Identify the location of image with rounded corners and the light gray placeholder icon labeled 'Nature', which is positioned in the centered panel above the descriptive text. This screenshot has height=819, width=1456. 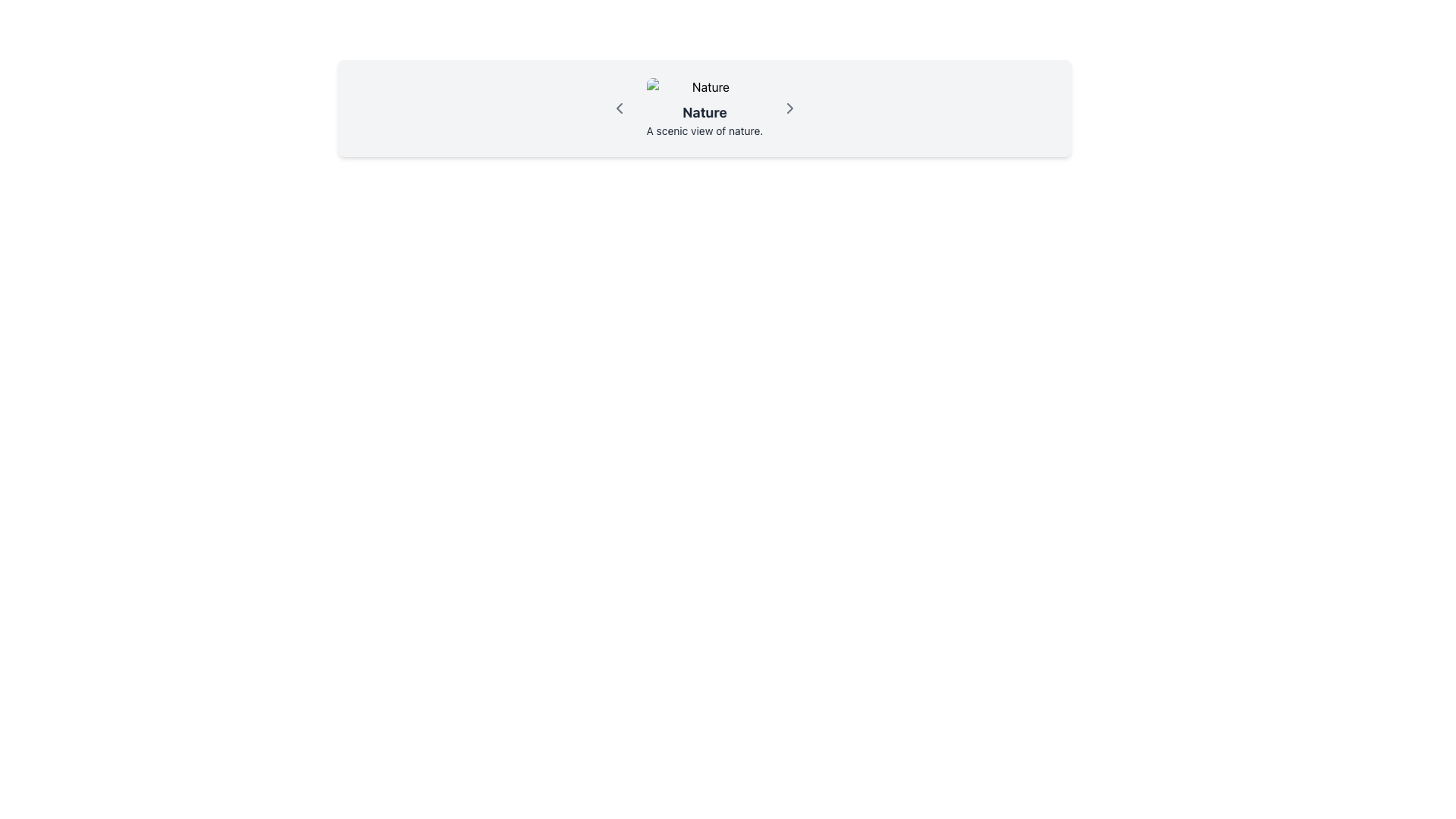
(704, 87).